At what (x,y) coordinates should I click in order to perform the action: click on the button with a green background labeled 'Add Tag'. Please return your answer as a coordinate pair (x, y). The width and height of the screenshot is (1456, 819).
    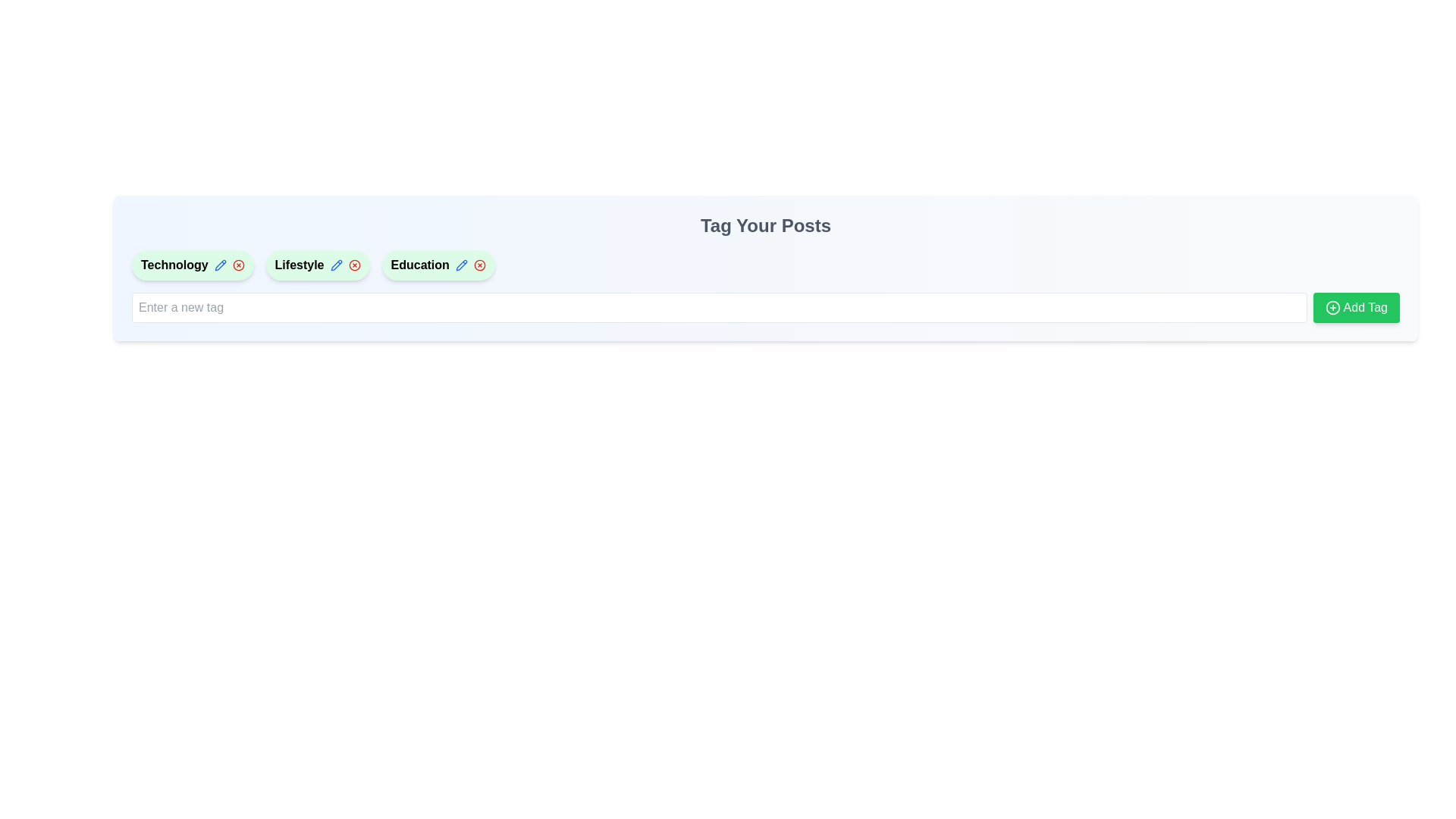
    Looking at the image, I should click on (1356, 307).